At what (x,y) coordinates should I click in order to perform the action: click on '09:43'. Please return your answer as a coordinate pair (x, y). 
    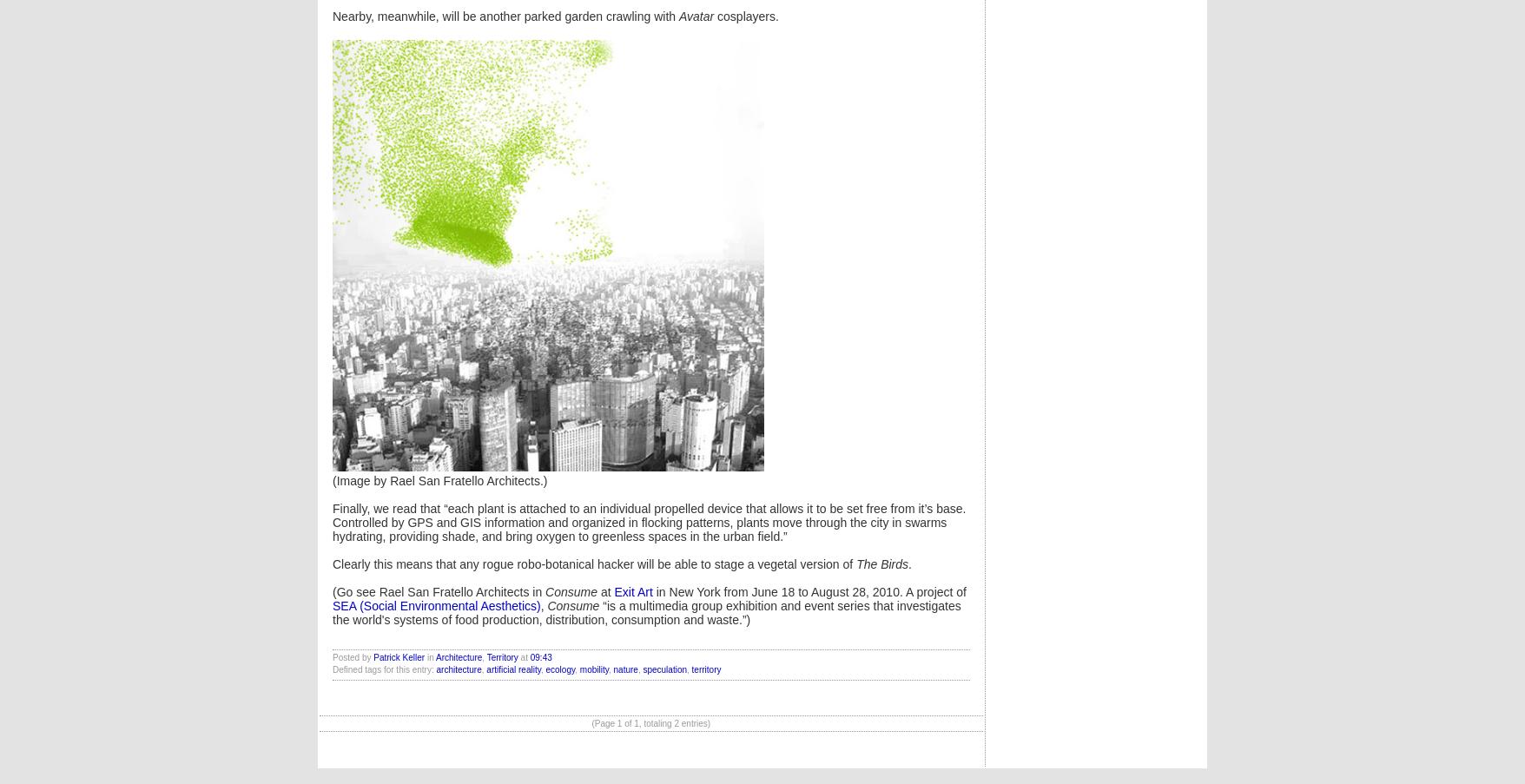
    Looking at the image, I should click on (539, 657).